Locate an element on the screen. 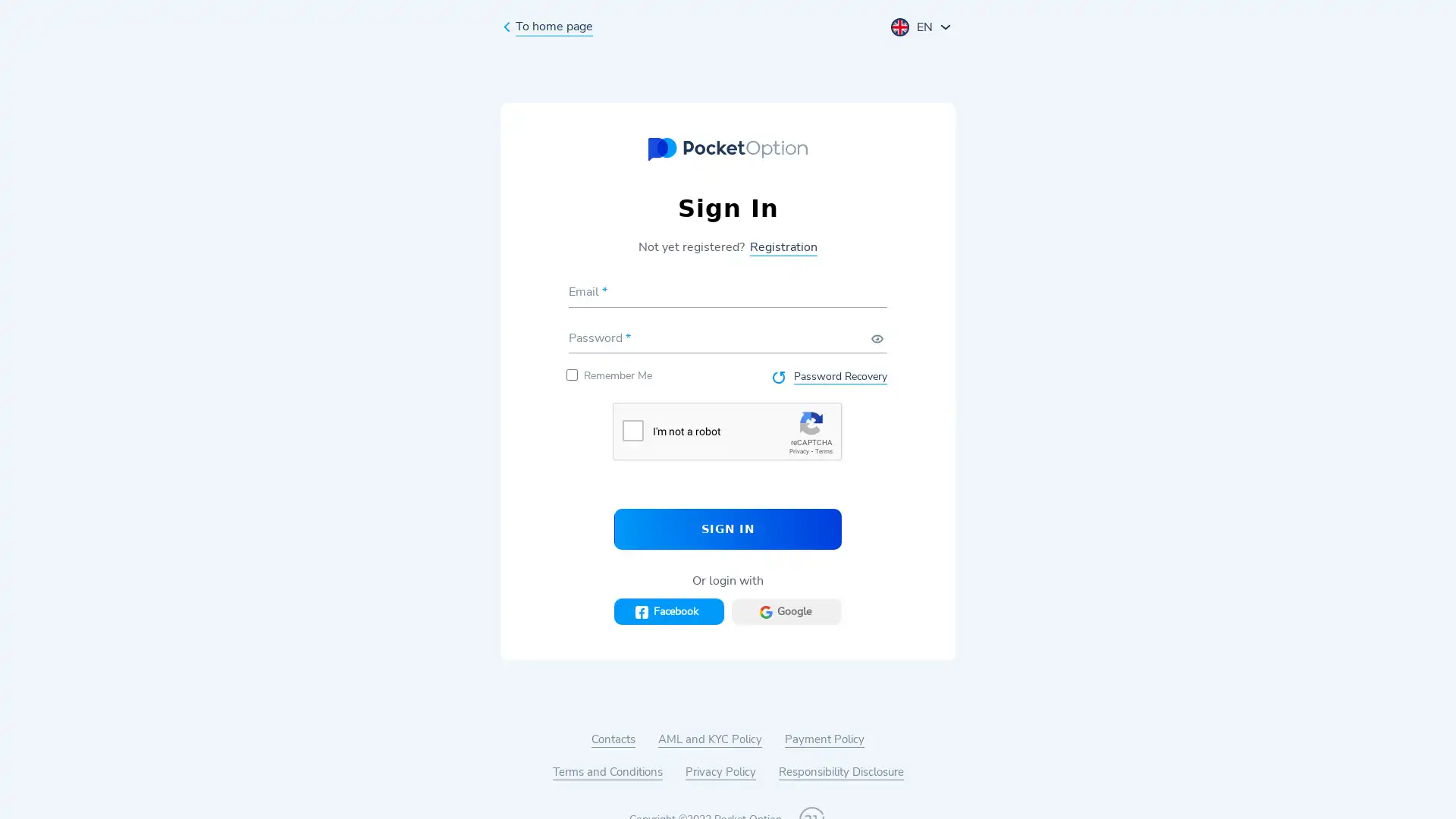 This screenshot has width=1456, height=819. SIGN IN is located at coordinates (728, 528).